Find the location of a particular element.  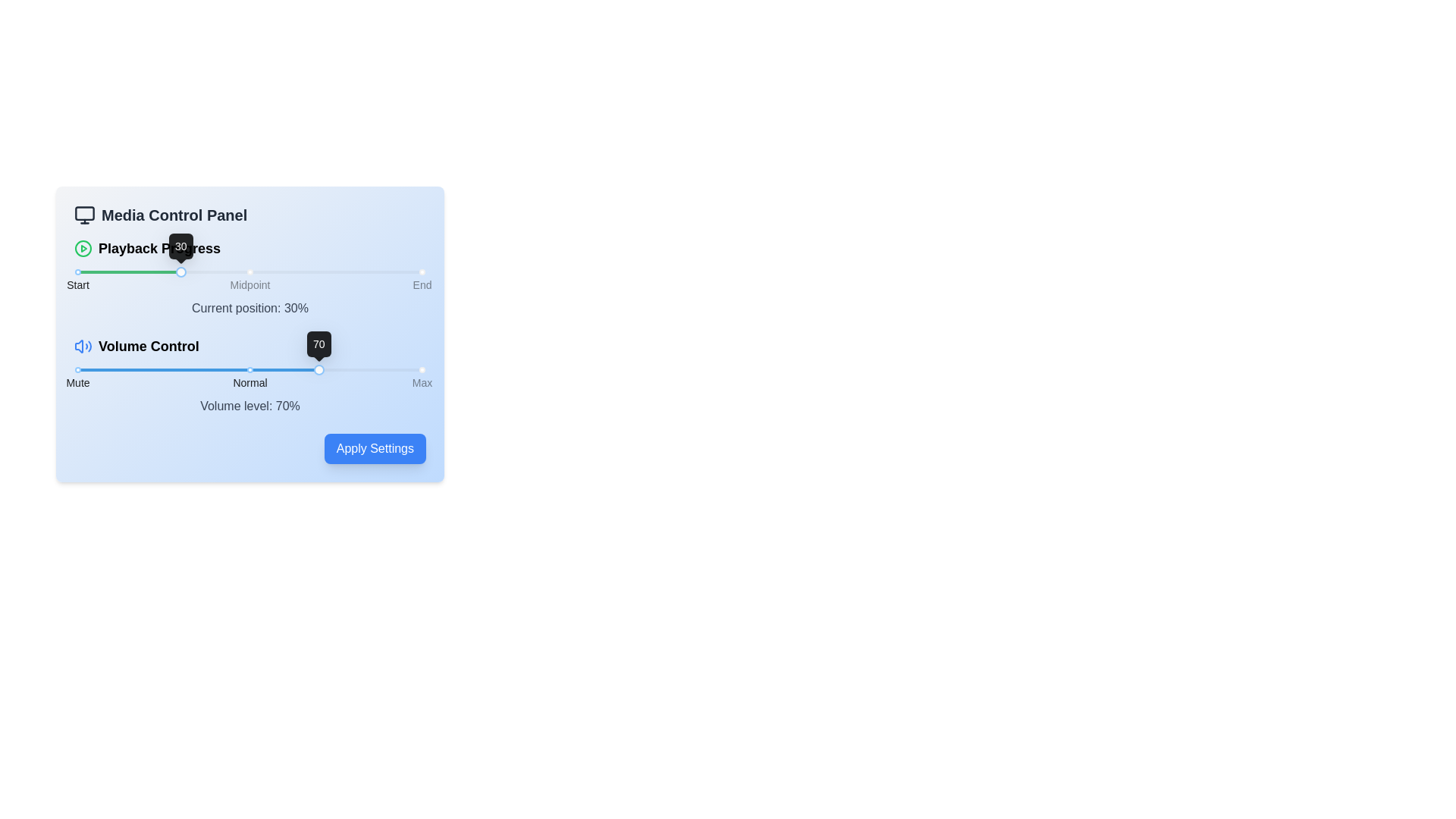

the black computer monitor icon located at the far left of the 'Media Control Panel' header, next to the label 'Media Control Panel' is located at coordinates (83, 215).